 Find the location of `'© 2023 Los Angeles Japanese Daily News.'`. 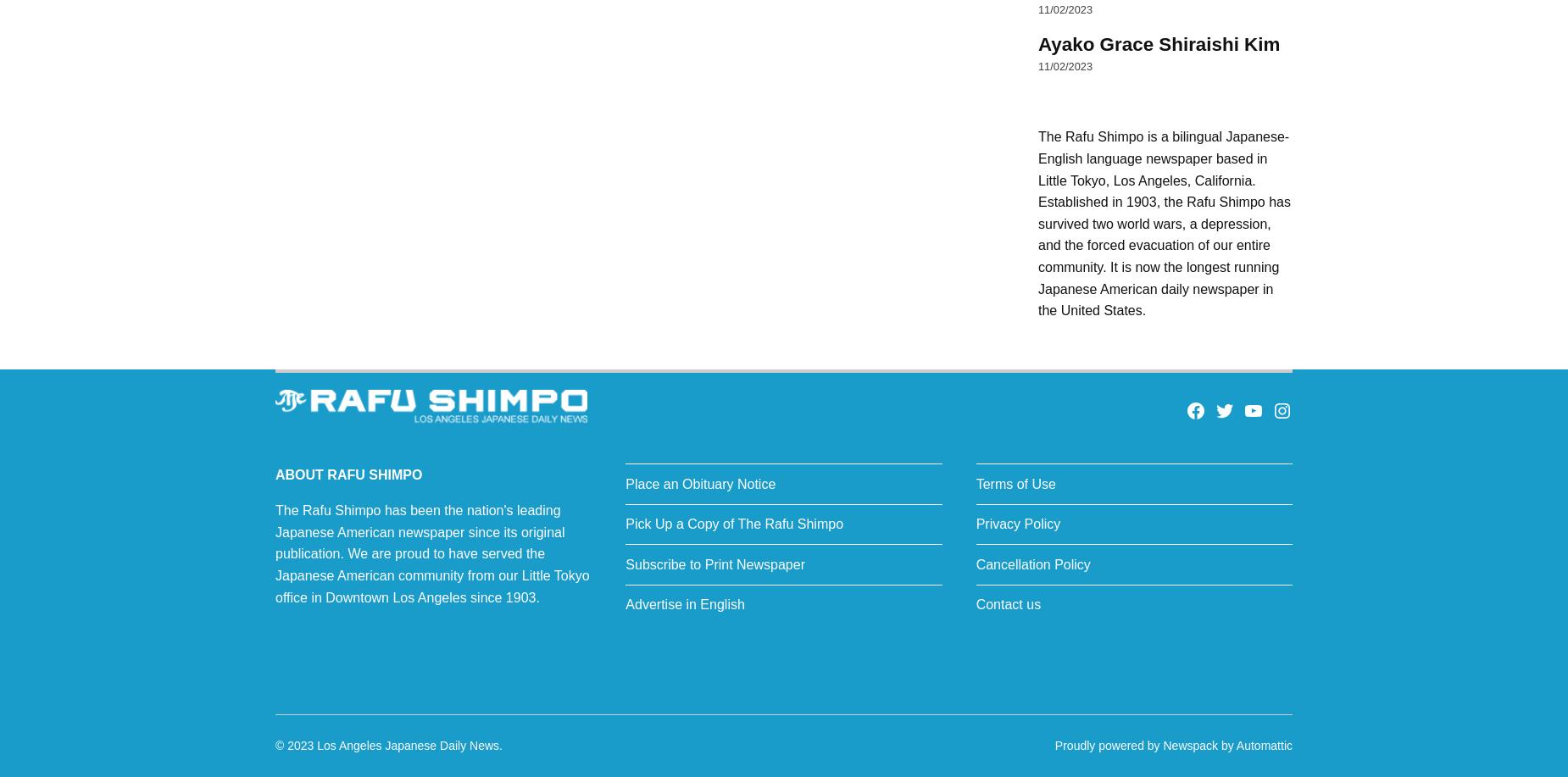

'© 2023 Los Angeles Japanese Daily News.' is located at coordinates (387, 745).